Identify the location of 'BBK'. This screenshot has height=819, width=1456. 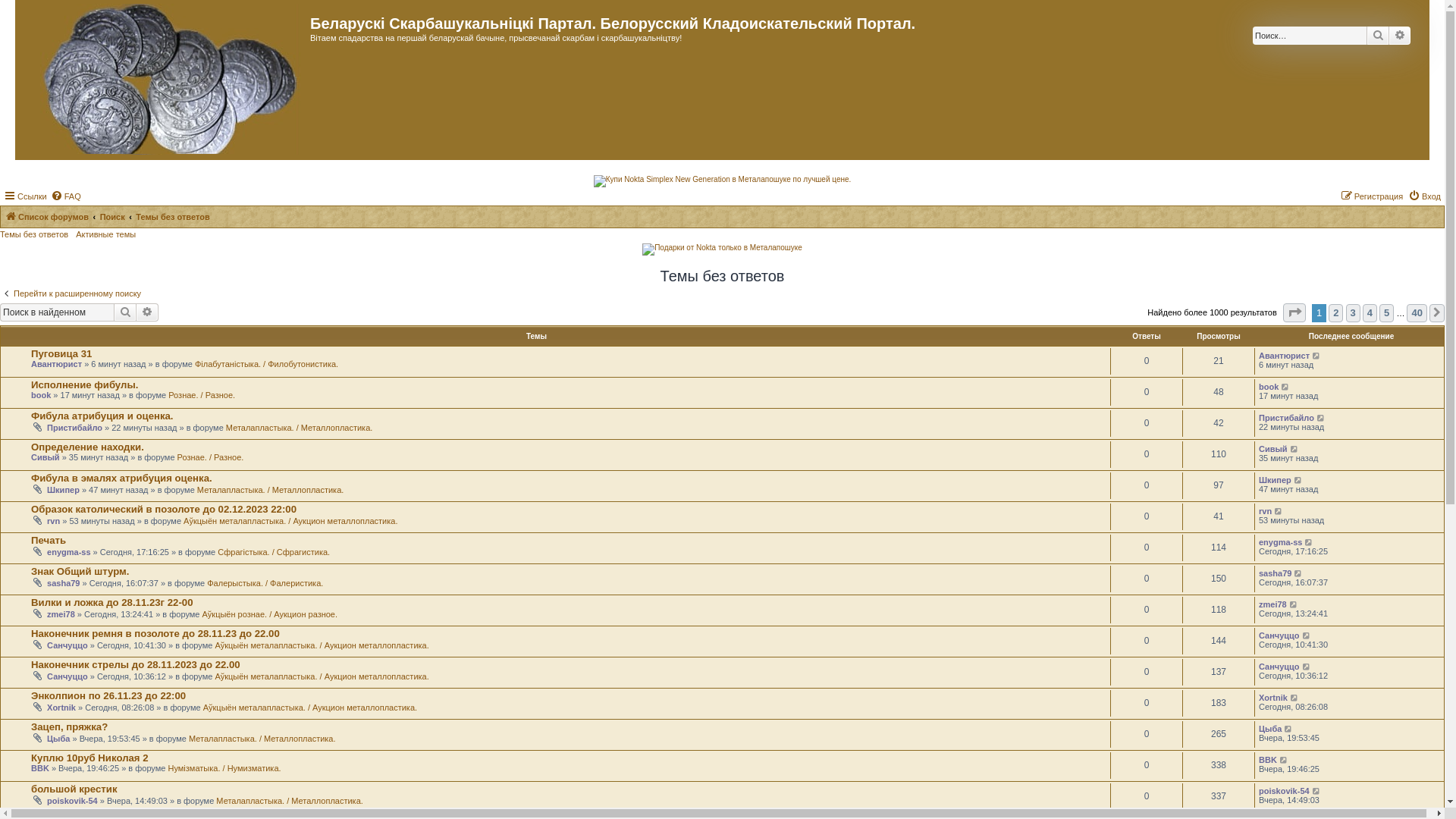
(39, 768).